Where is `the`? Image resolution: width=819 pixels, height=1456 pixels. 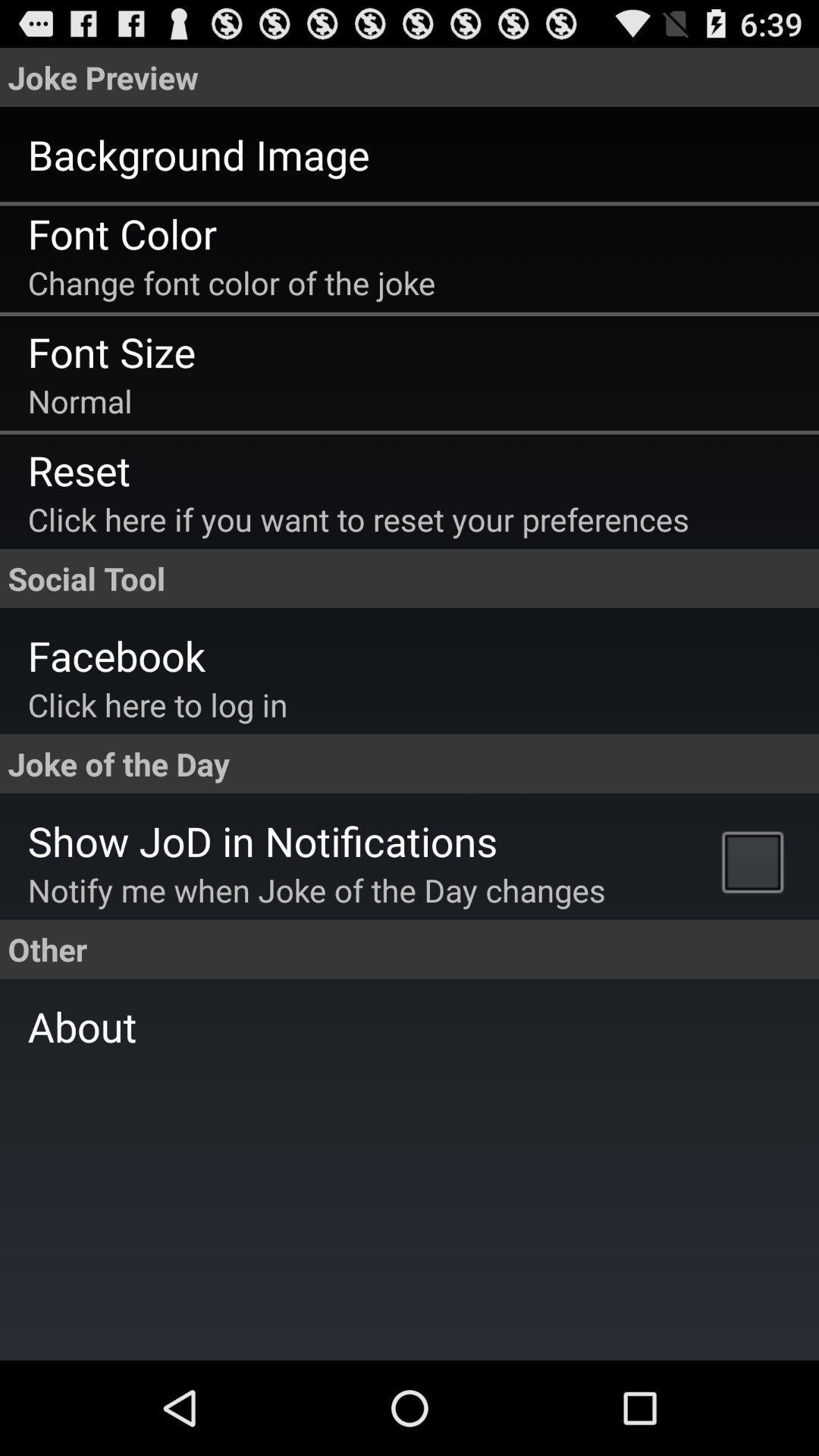
the is located at coordinates (756, 861).